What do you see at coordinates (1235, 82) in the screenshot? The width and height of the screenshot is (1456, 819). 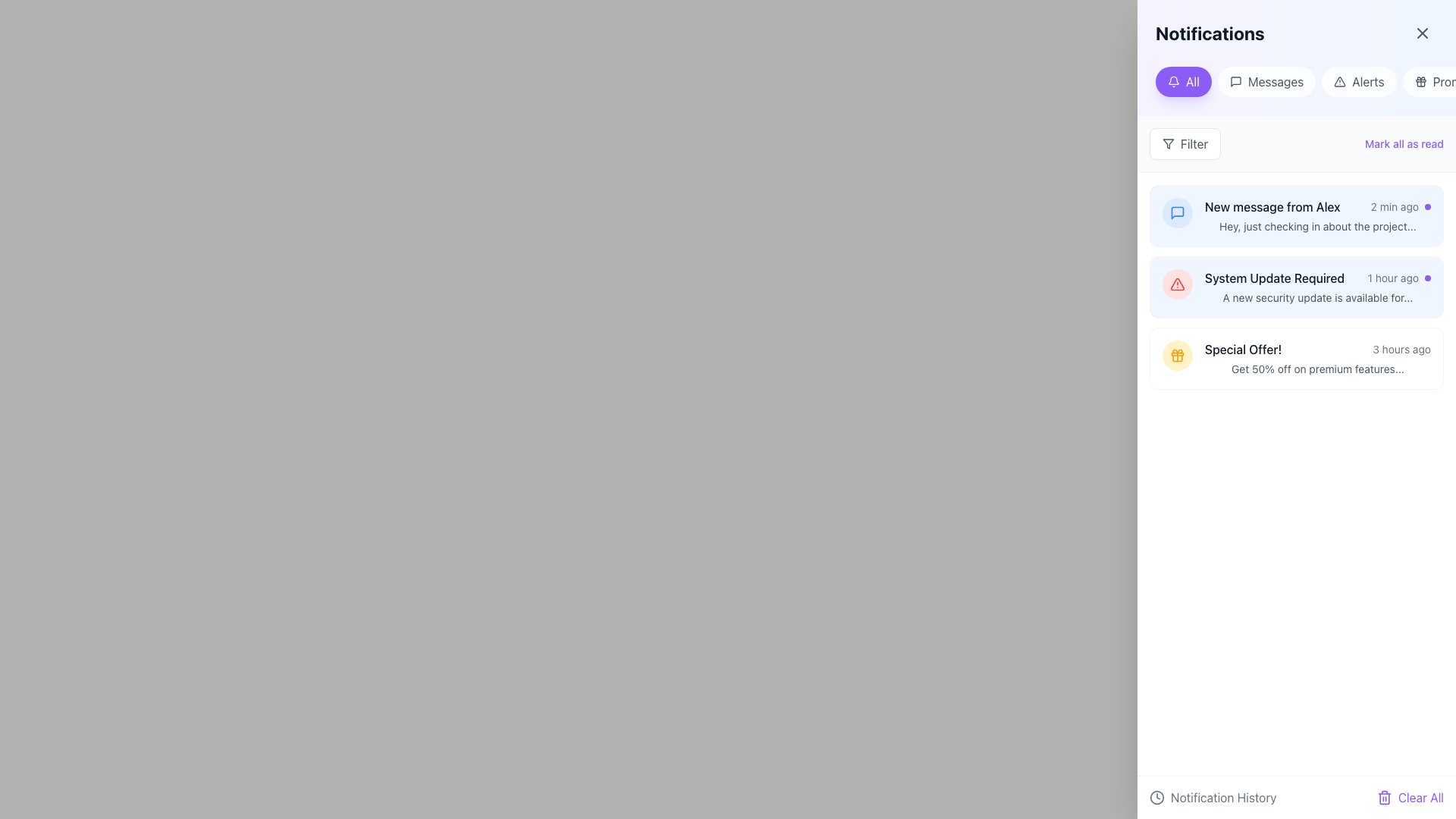 I see `the 'Messages' icon in the notification panel` at bounding box center [1235, 82].